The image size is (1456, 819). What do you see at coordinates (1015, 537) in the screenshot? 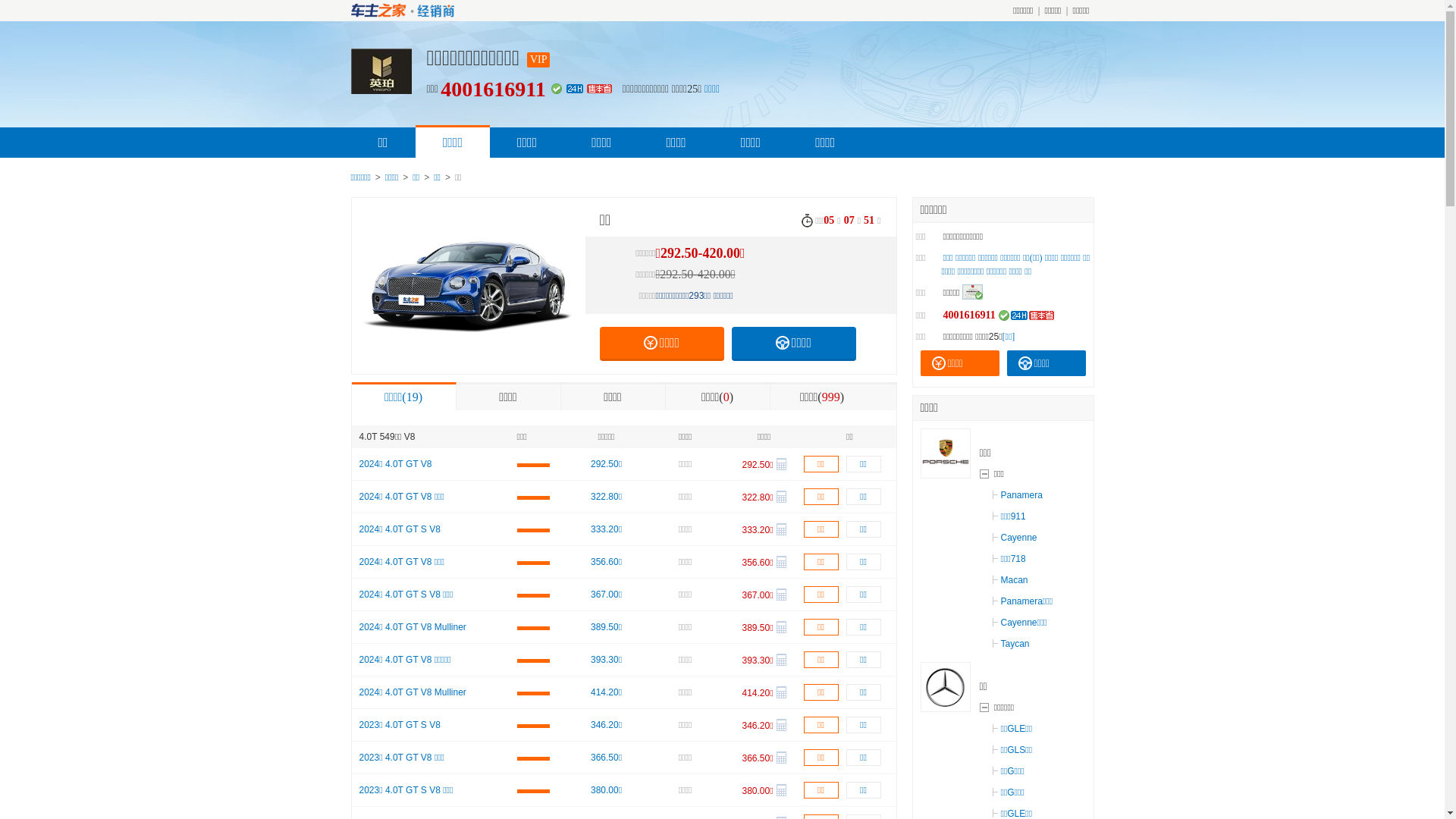
I see `'Cayenne'` at bounding box center [1015, 537].